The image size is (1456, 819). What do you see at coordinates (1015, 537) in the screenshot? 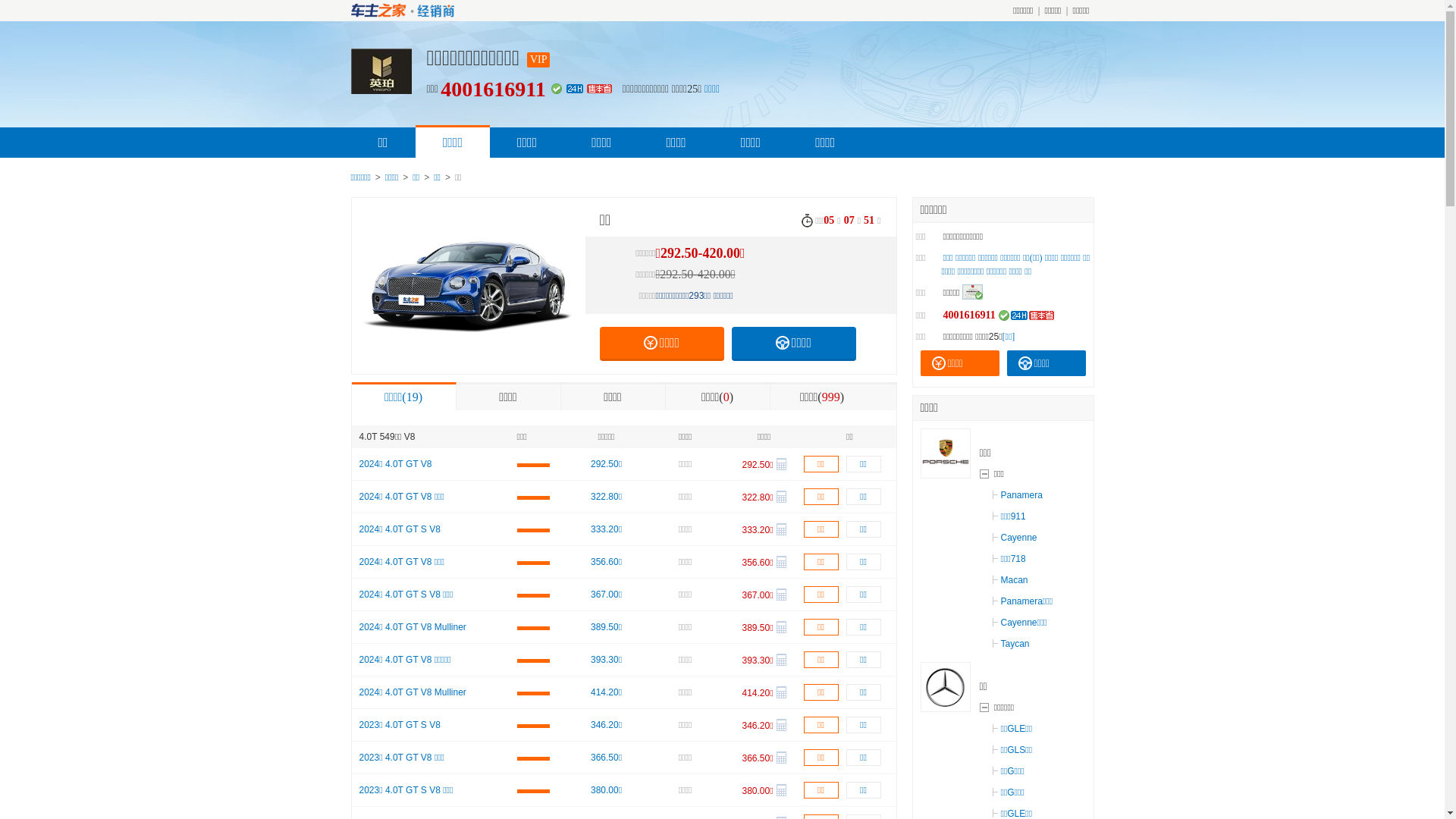
I see `'Cayenne'` at bounding box center [1015, 537].